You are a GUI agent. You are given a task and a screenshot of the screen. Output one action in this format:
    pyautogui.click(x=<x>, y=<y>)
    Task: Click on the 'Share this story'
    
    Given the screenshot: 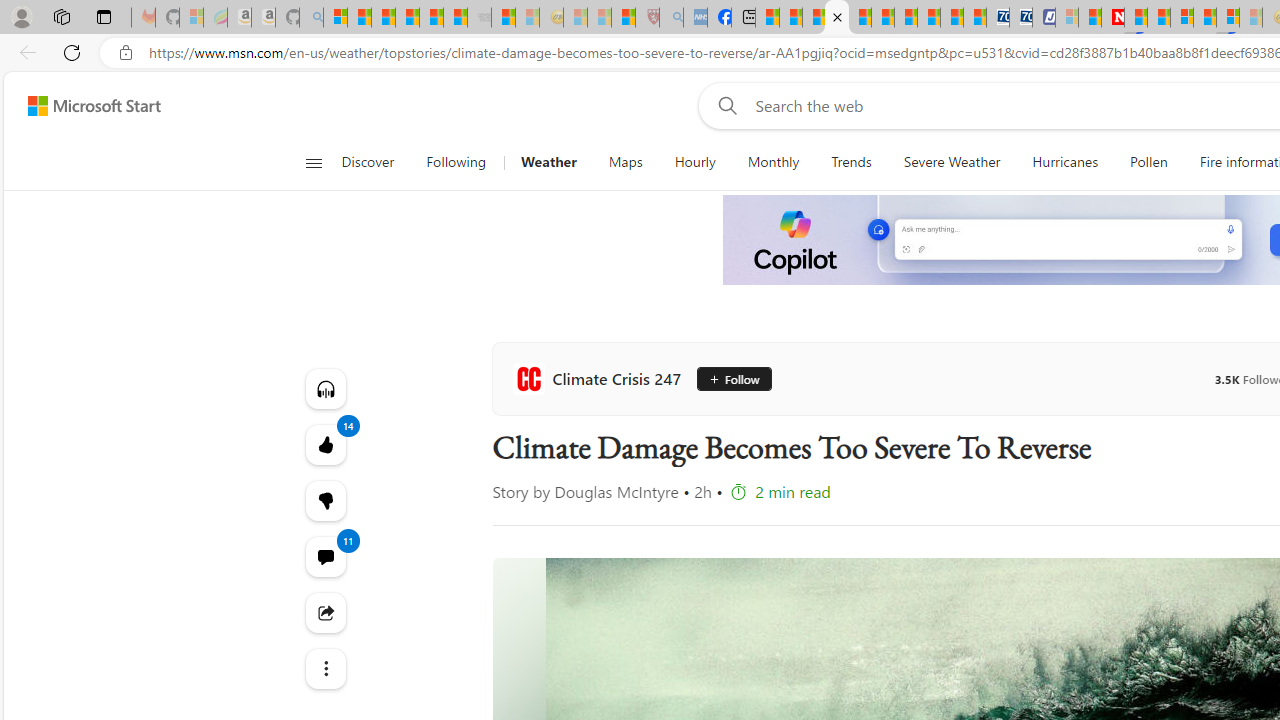 What is the action you would take?
    pyautogui.click(x=325, y=612)
    